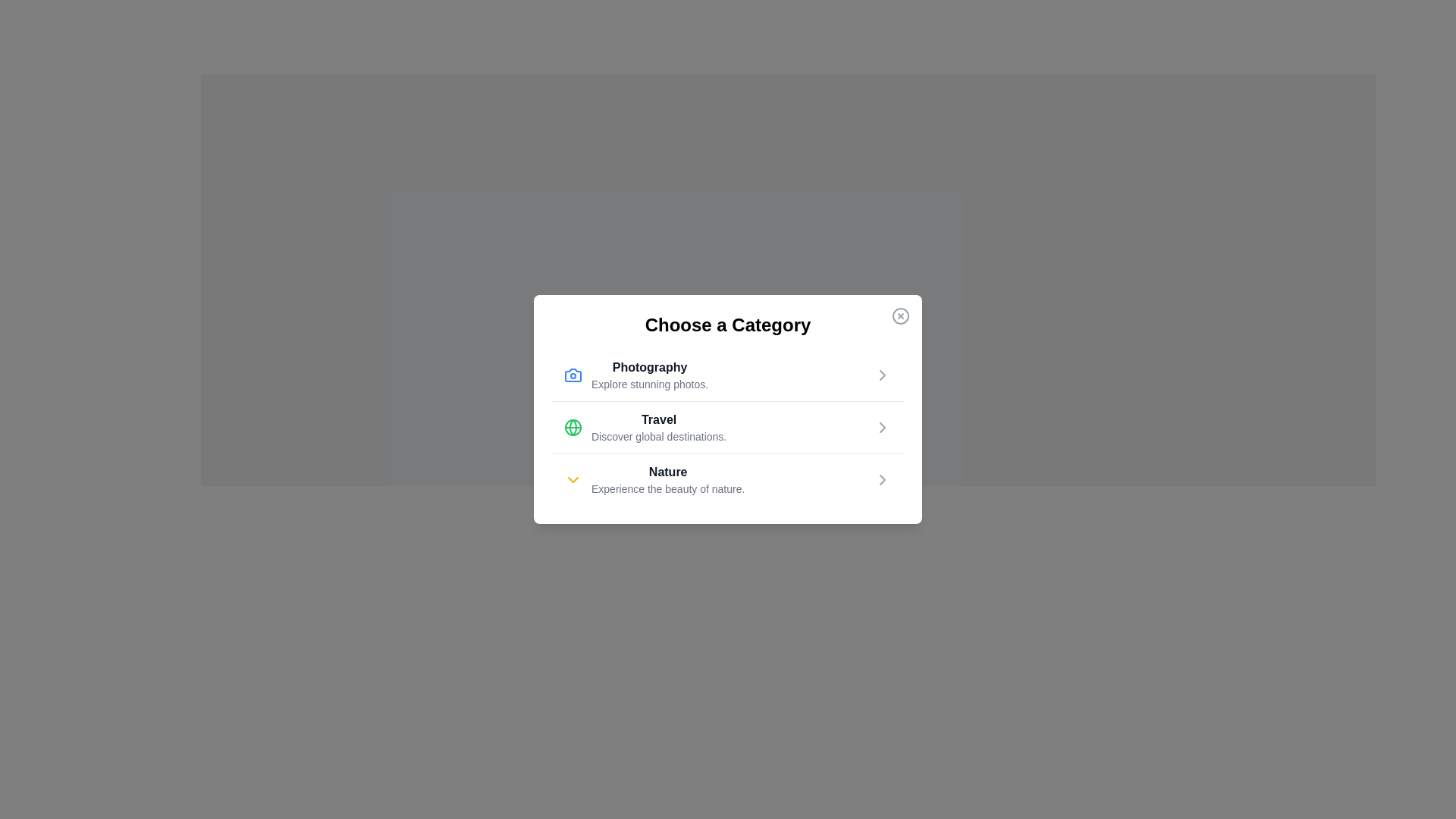 This screenshot has height=819, width=1456. Describe the element at coordinates (659, 436) in the screenshot. I see `the text label that reads 'Discover global destinations.' which is styled with a small font size and gray color, located directly below the bold 'Travel' label in the centered modal` at that location.